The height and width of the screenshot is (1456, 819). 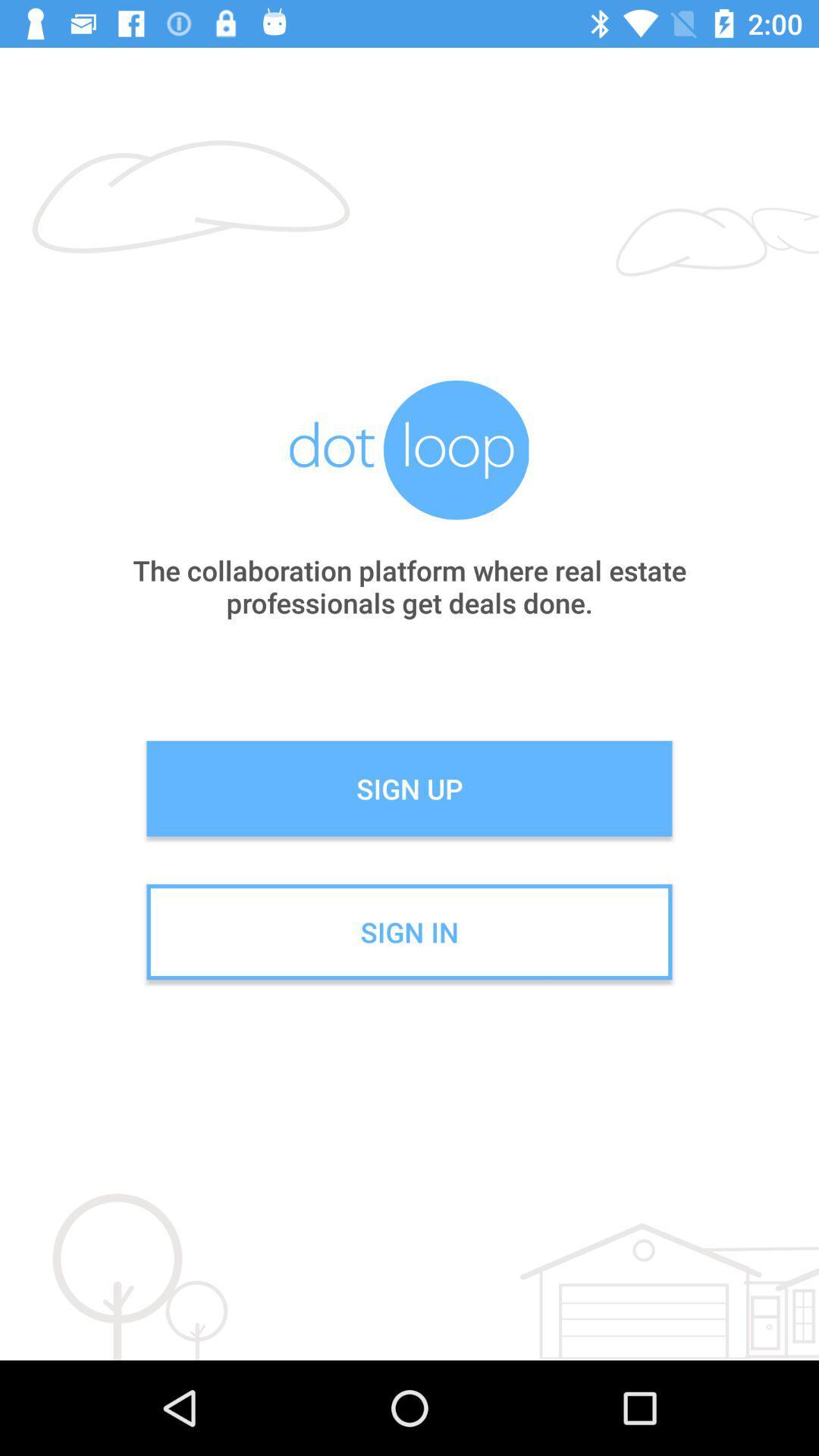 What do you see at coordinates (409, 789) in the screenshot?
I see `item below the collaboration platform` at bounding box center [409, 789].